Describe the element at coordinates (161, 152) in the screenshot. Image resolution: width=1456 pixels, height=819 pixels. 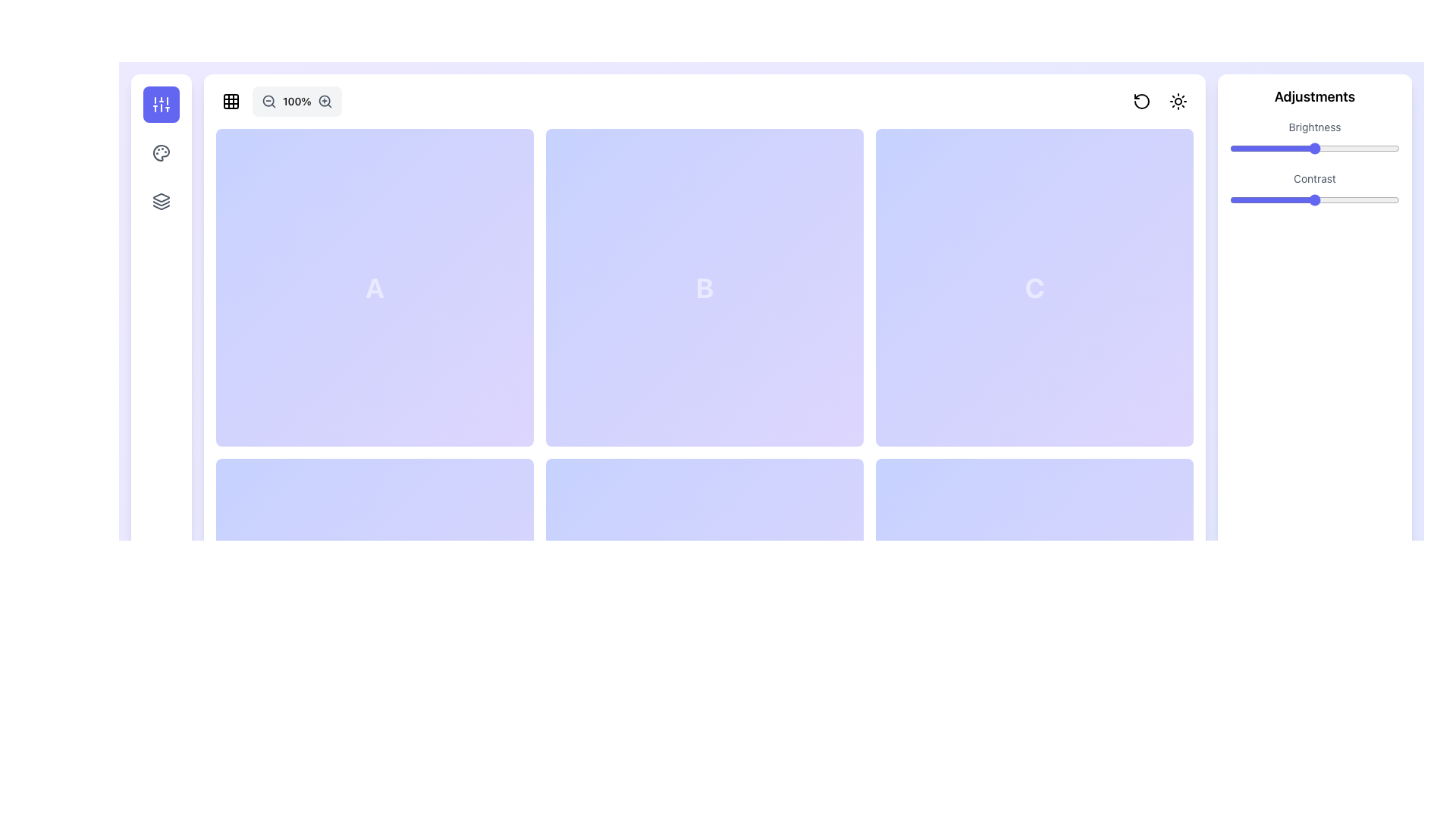
I see `the artistic palette SVG icon located in the side navbar` at that location.